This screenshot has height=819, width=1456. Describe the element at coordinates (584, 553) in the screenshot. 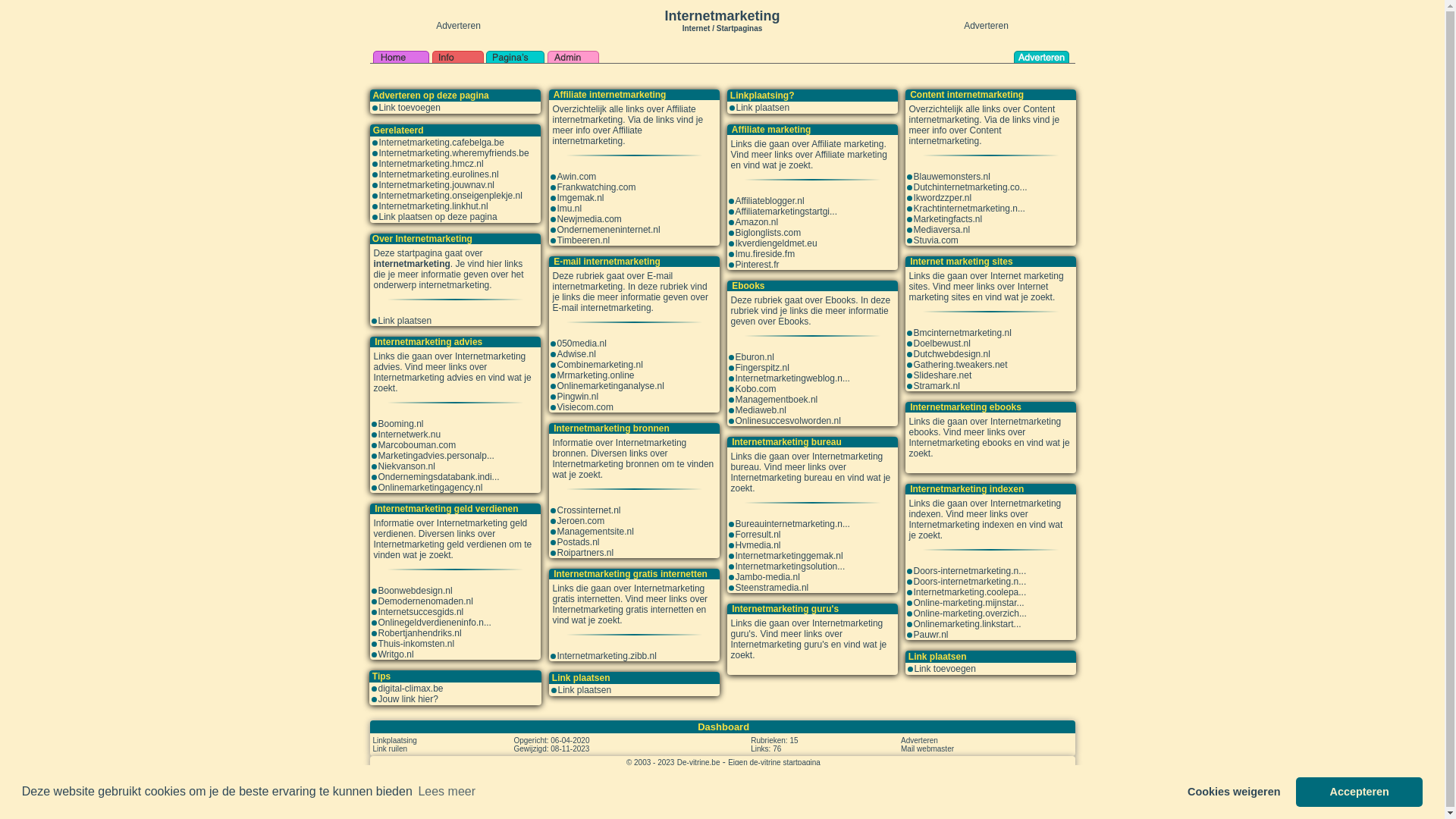

I see `'Roipartners.nl'` at that location.